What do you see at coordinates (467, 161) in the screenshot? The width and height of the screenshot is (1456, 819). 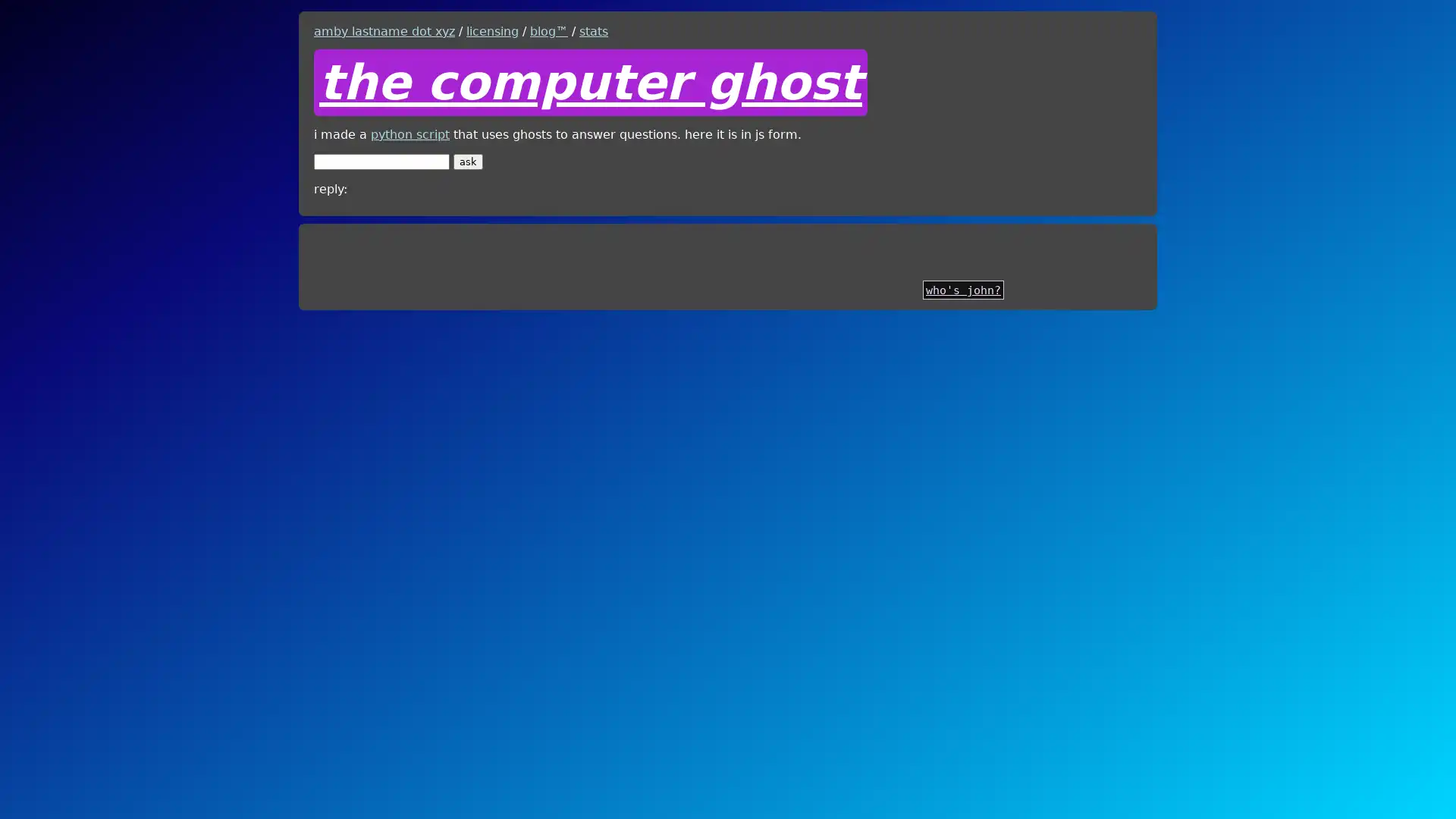 I see `ask` at bounding box center [467, 161].